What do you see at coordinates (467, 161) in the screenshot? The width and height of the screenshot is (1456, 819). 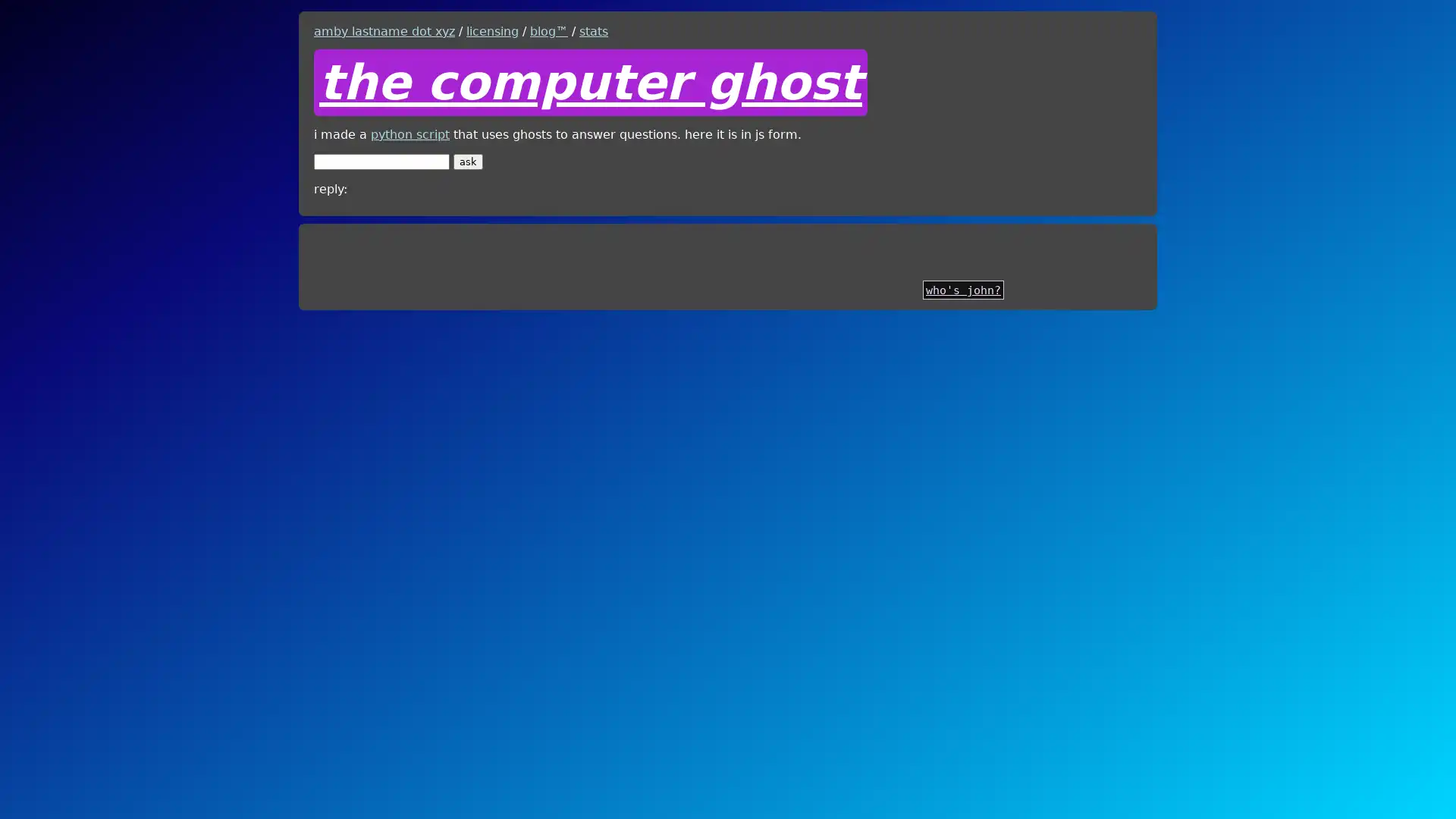 I see `ask` at bounding box center [467, 161].